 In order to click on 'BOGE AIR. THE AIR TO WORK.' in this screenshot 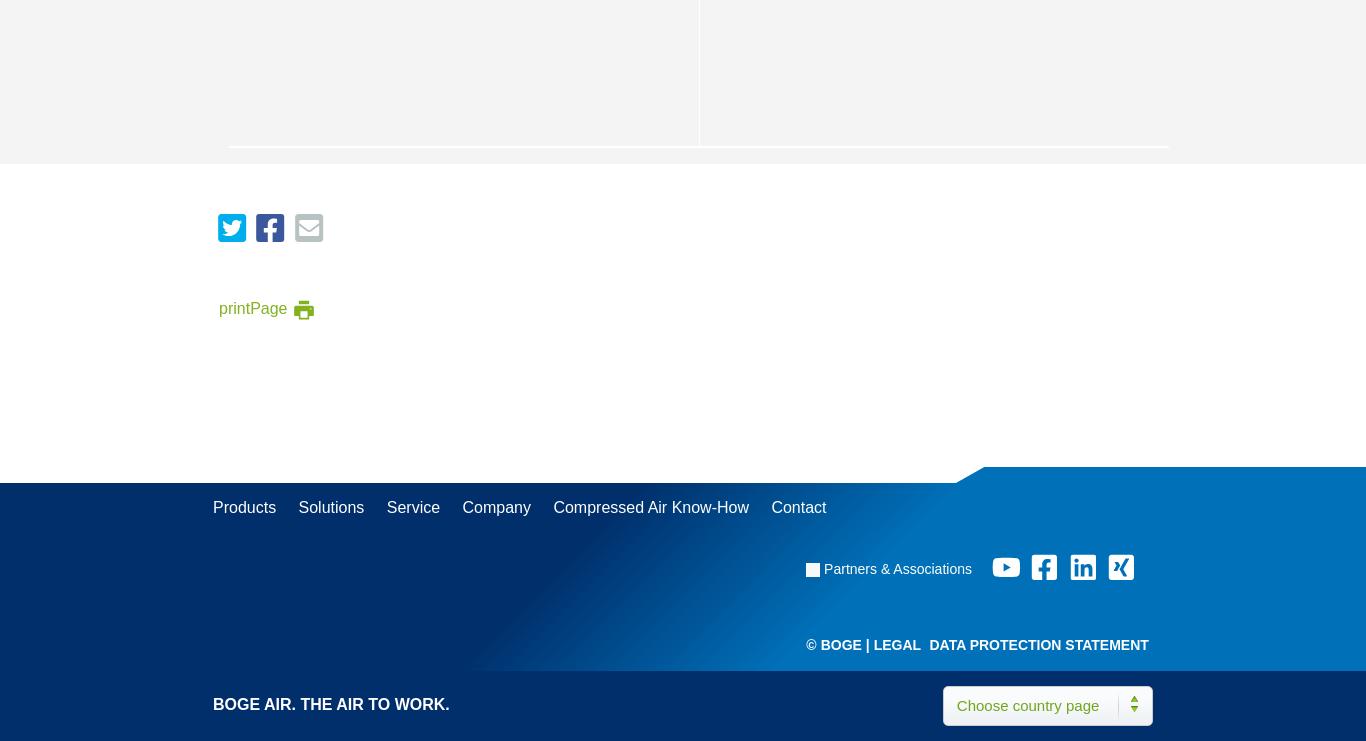, I will do `click(330, 703)`.